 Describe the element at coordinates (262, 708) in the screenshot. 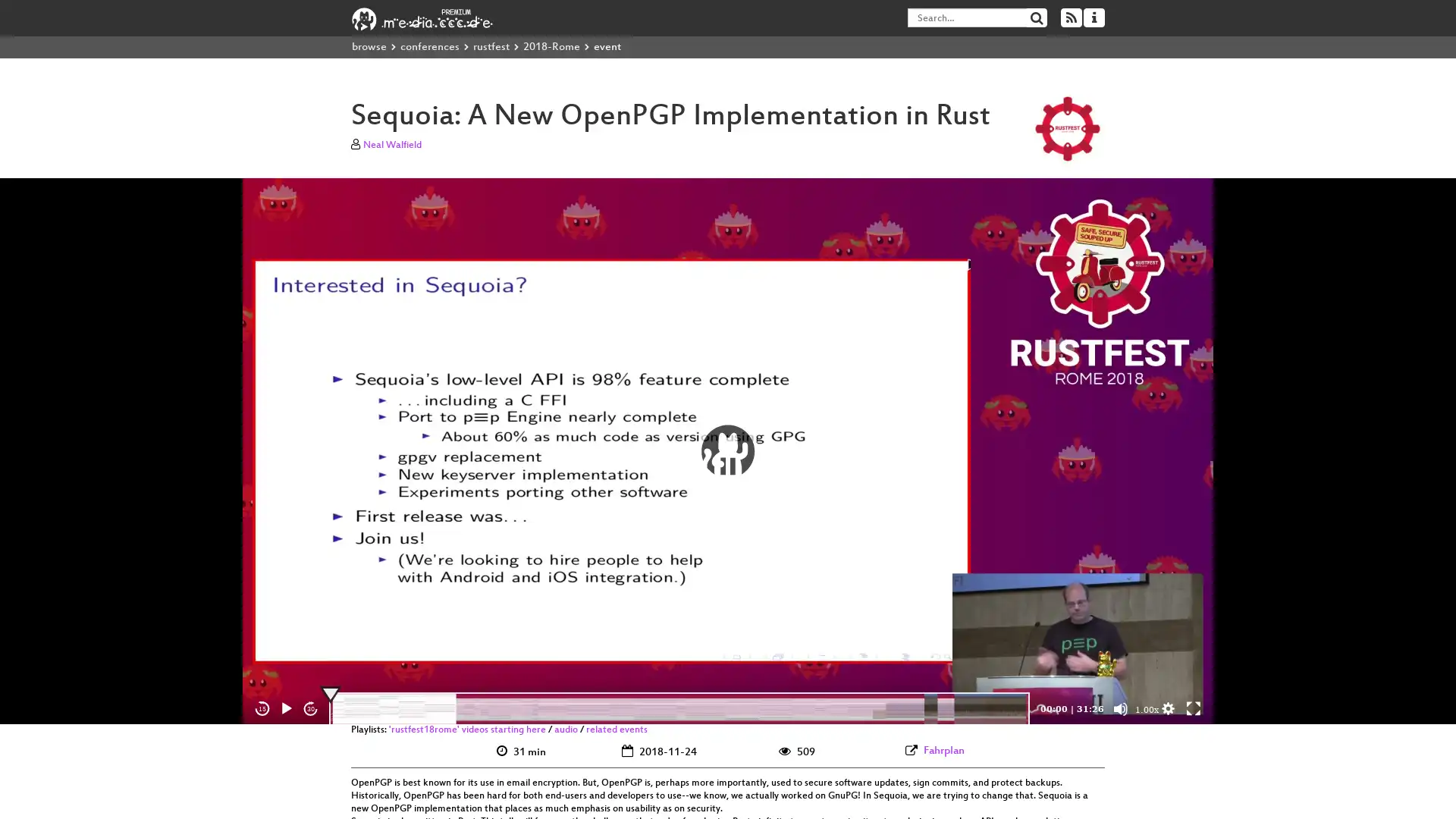

I see `Skip back 15 seconds` at that location.